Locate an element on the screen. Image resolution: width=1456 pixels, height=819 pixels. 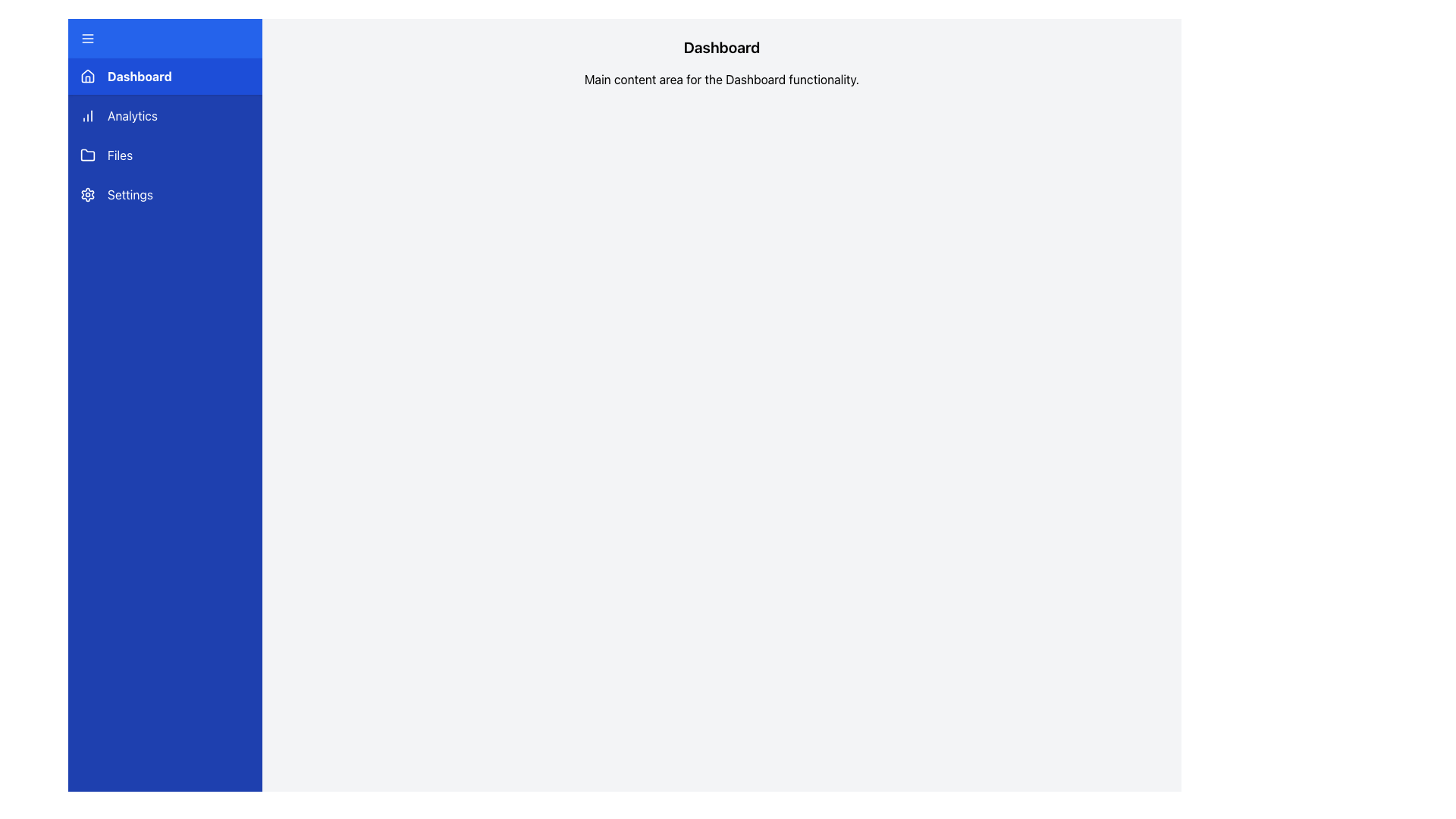
the folder icon in the vertical navigation menu next to the 'Files' text is located at coordinates (86, 155).